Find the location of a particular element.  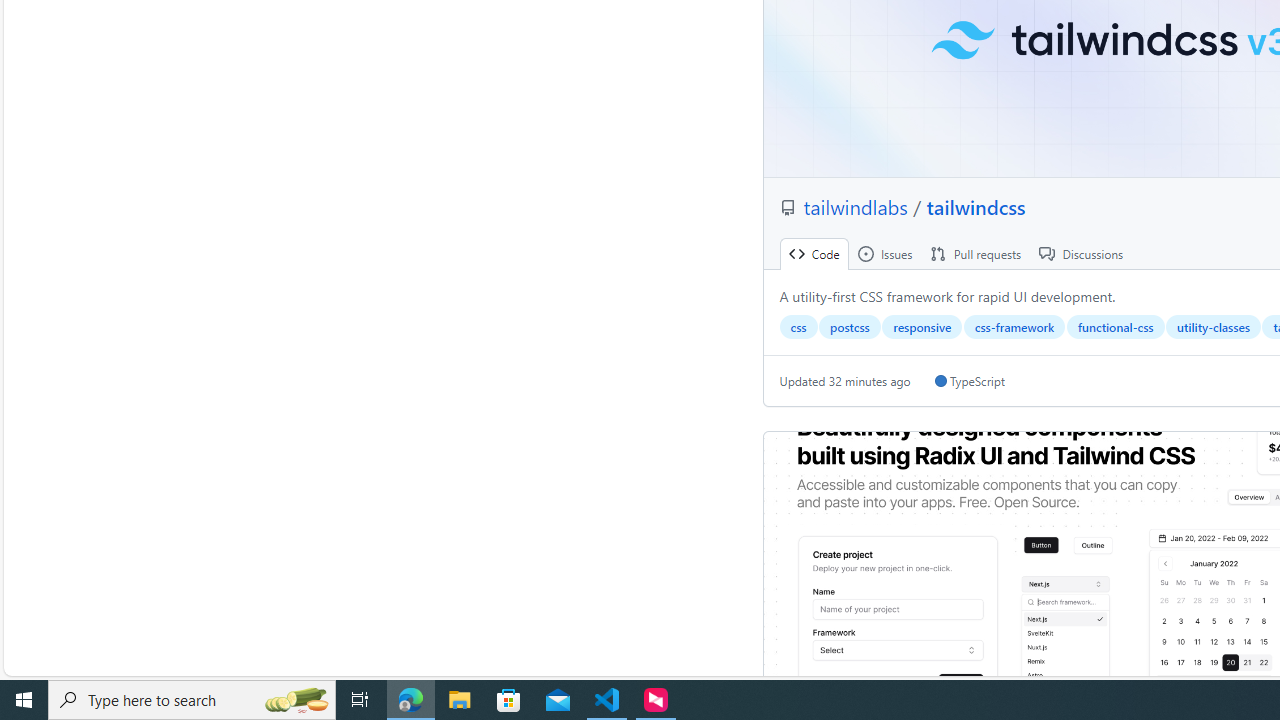

'css-framework' is located at coordinates (1014, 326).